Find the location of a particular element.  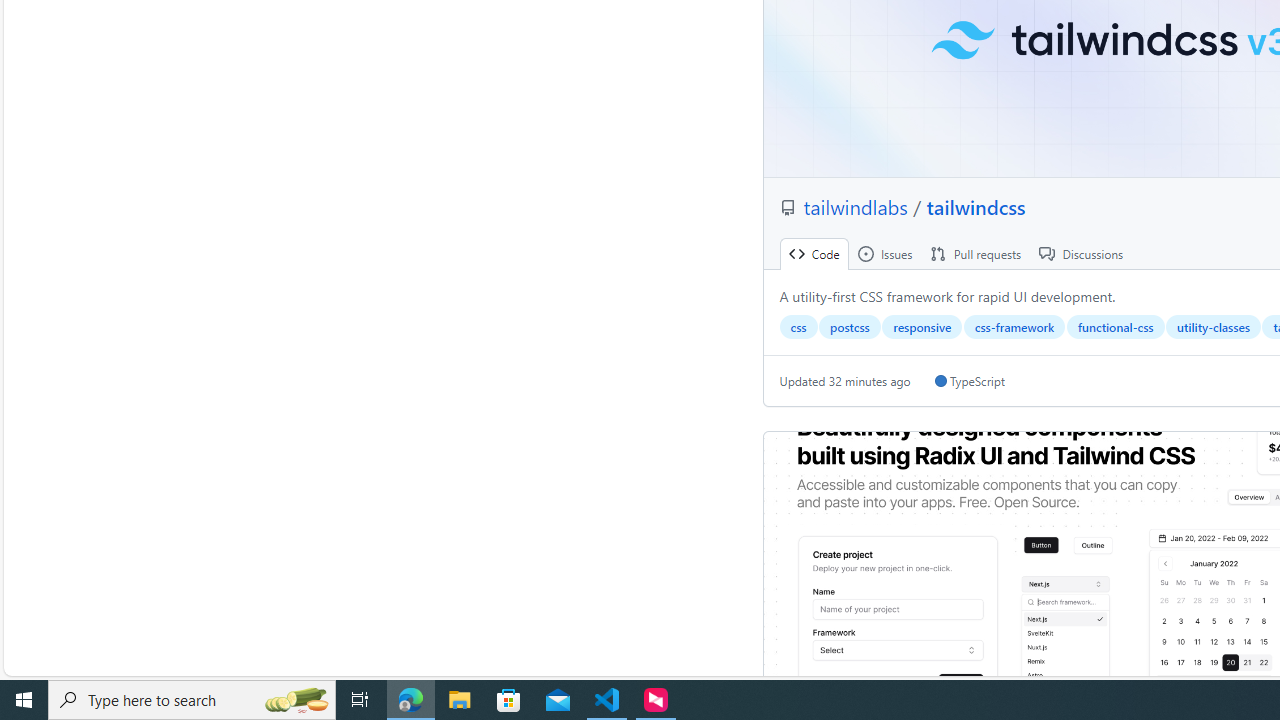

'css-framework' is located at coordinates (1014, 326).